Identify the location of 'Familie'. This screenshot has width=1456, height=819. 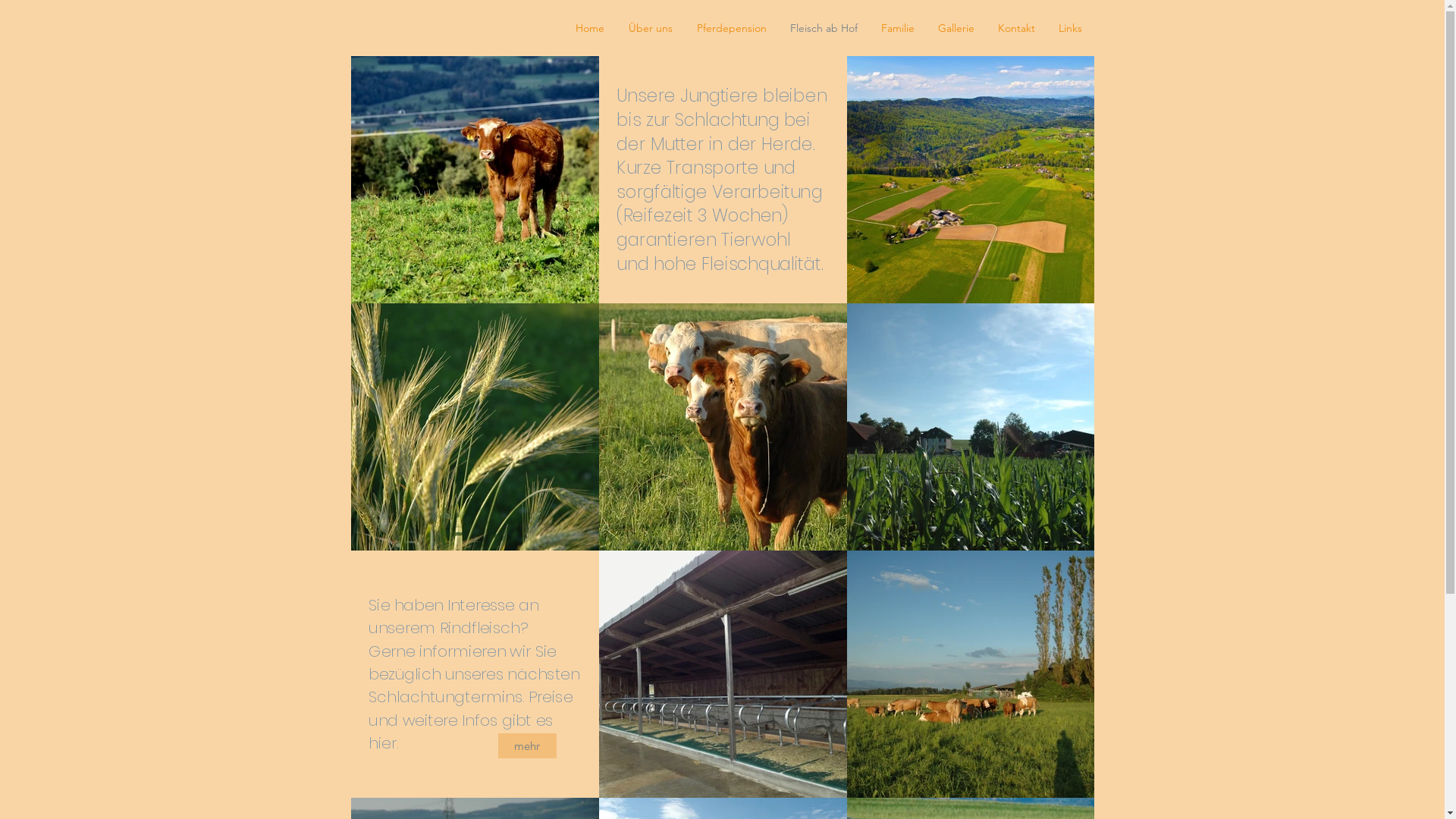
(897, 28).